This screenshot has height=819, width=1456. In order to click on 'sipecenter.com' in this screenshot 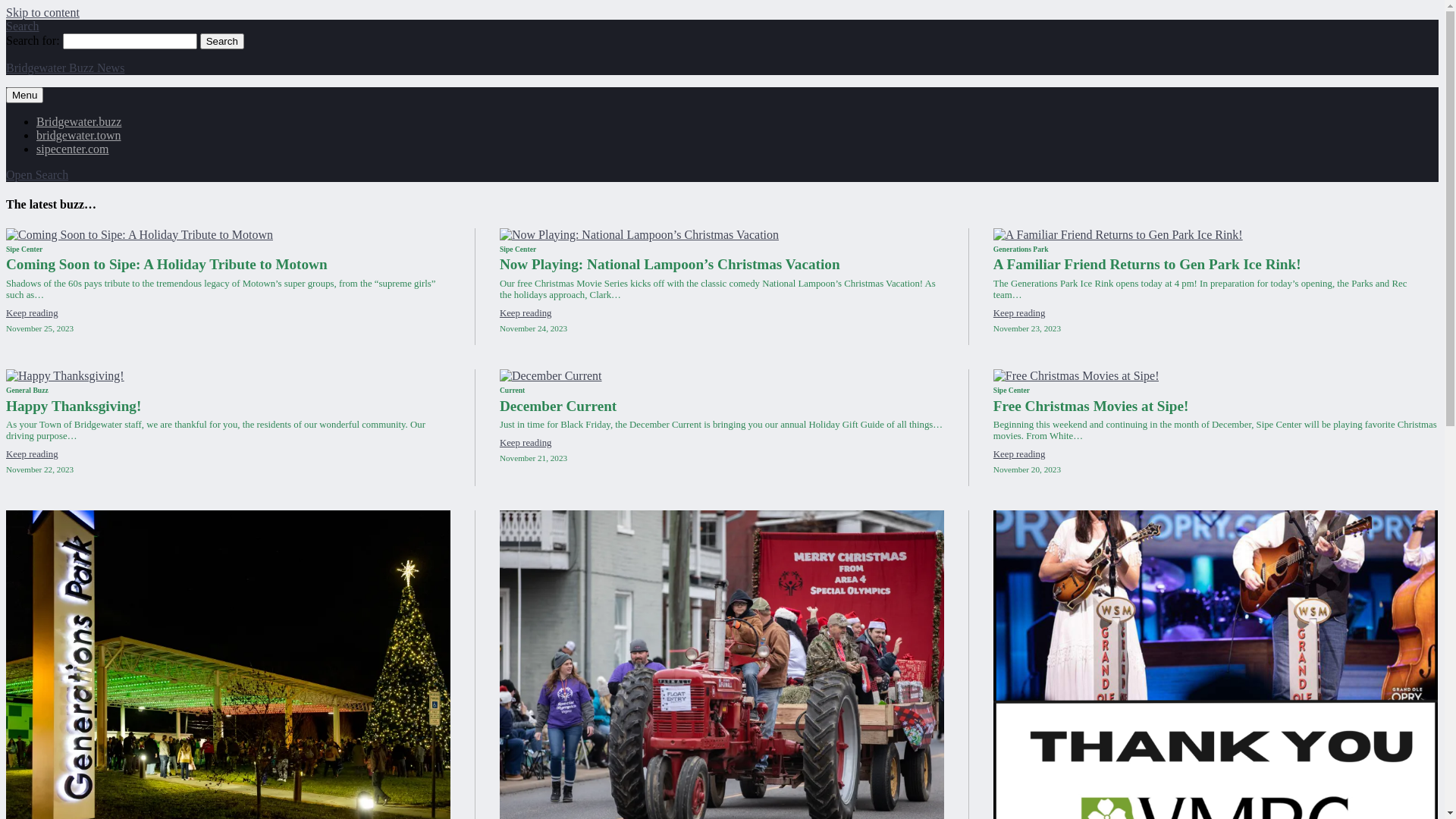, I will do `click(36, 149)`.